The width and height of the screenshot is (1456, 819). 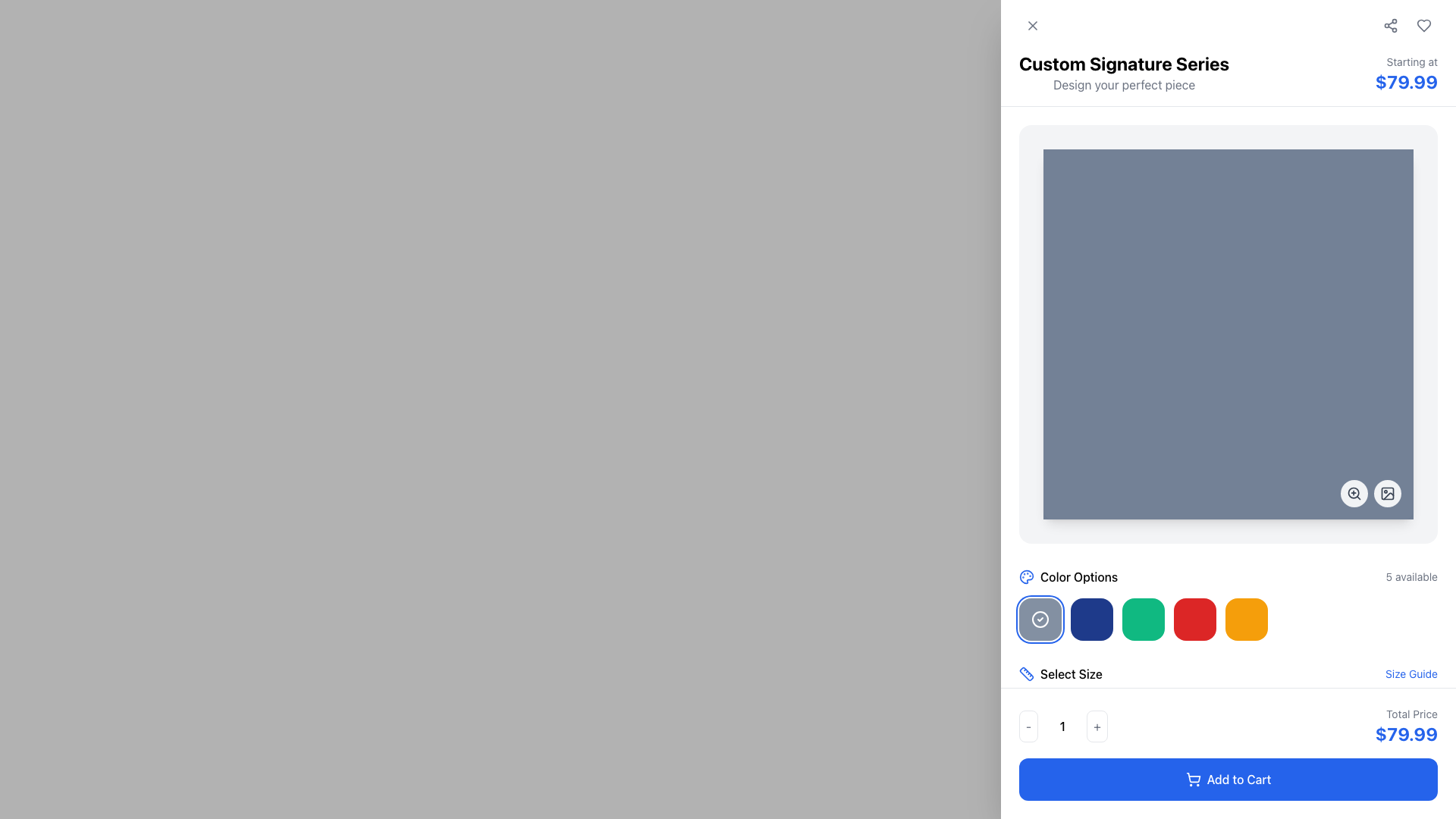 I want to click on text content of the element displaying 'Custom Signature Series', which is a bold and larger heading located at the top of the page, aligned to the left above 'Design your perfect piece', so click(x=1124, y=63).